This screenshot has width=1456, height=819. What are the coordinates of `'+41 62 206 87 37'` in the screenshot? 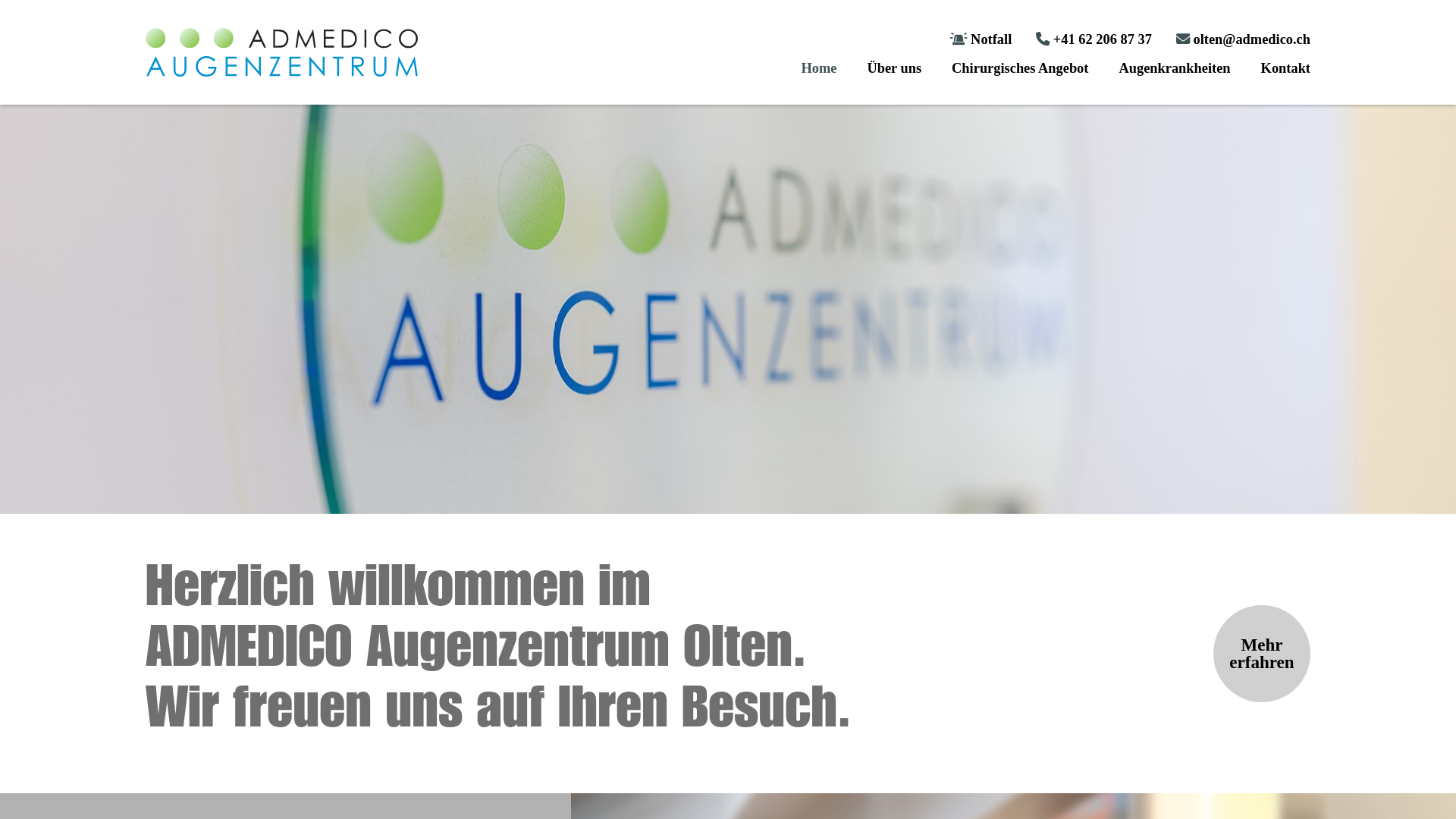 It's located at (1035, 38).